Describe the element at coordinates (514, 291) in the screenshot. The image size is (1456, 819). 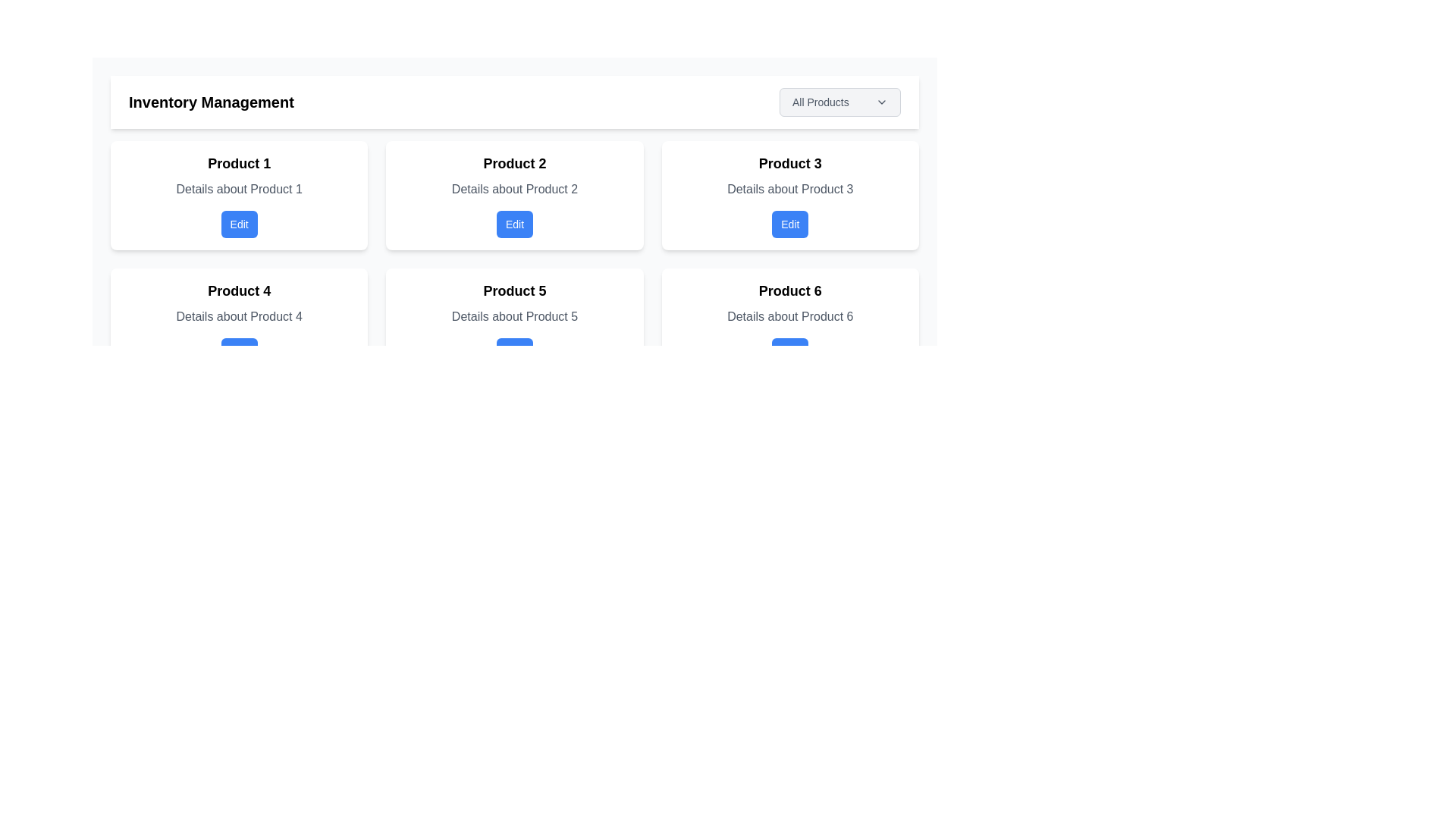
I see `the bold, black text label reading 'Product 5' located centrally above other elements in the card for 'Product 5' in the second row, third column of the grid layout` at that location.